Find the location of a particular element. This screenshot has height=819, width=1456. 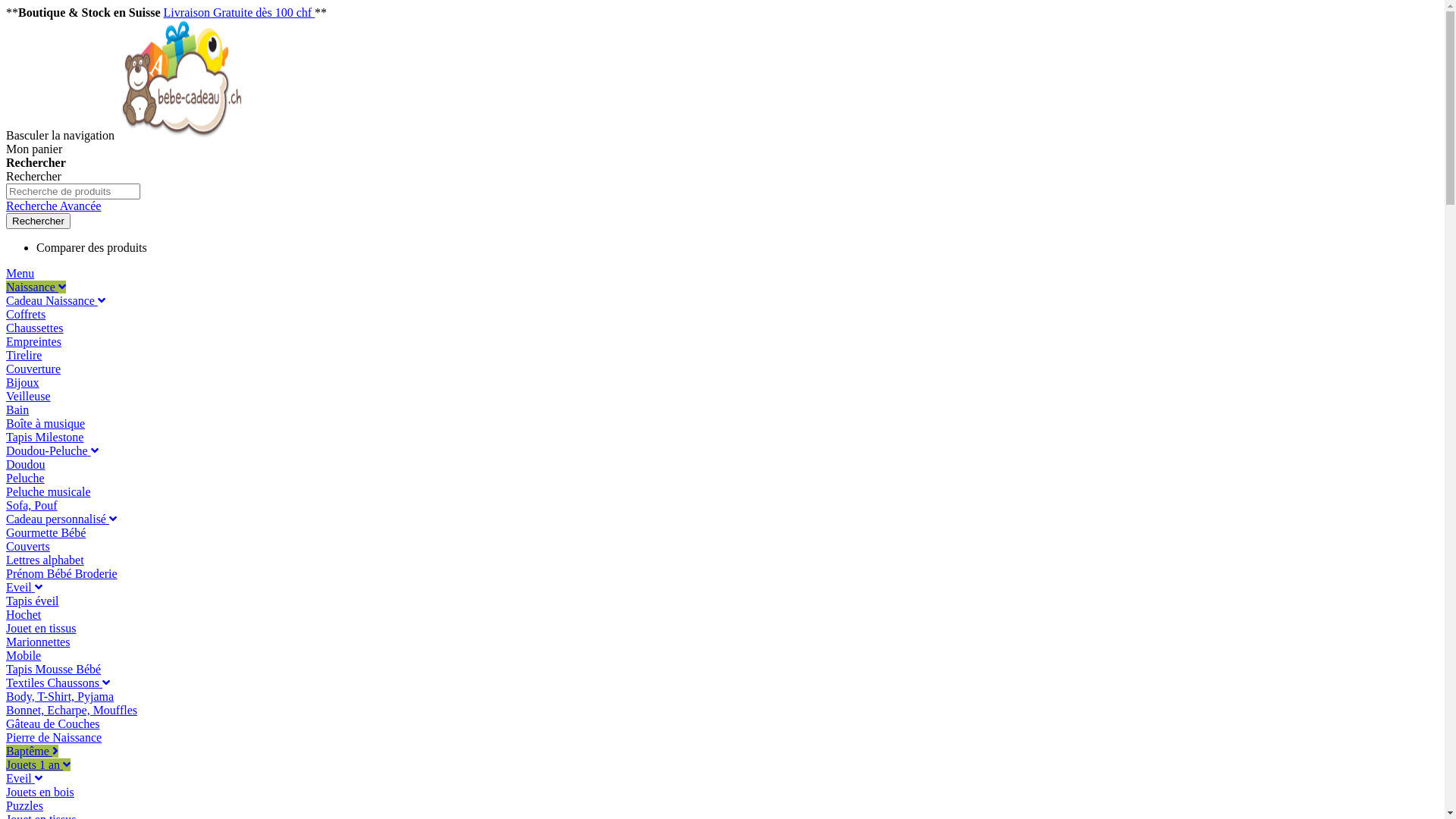

'Sofa, Pouf' is located at coordinates (32, 505).